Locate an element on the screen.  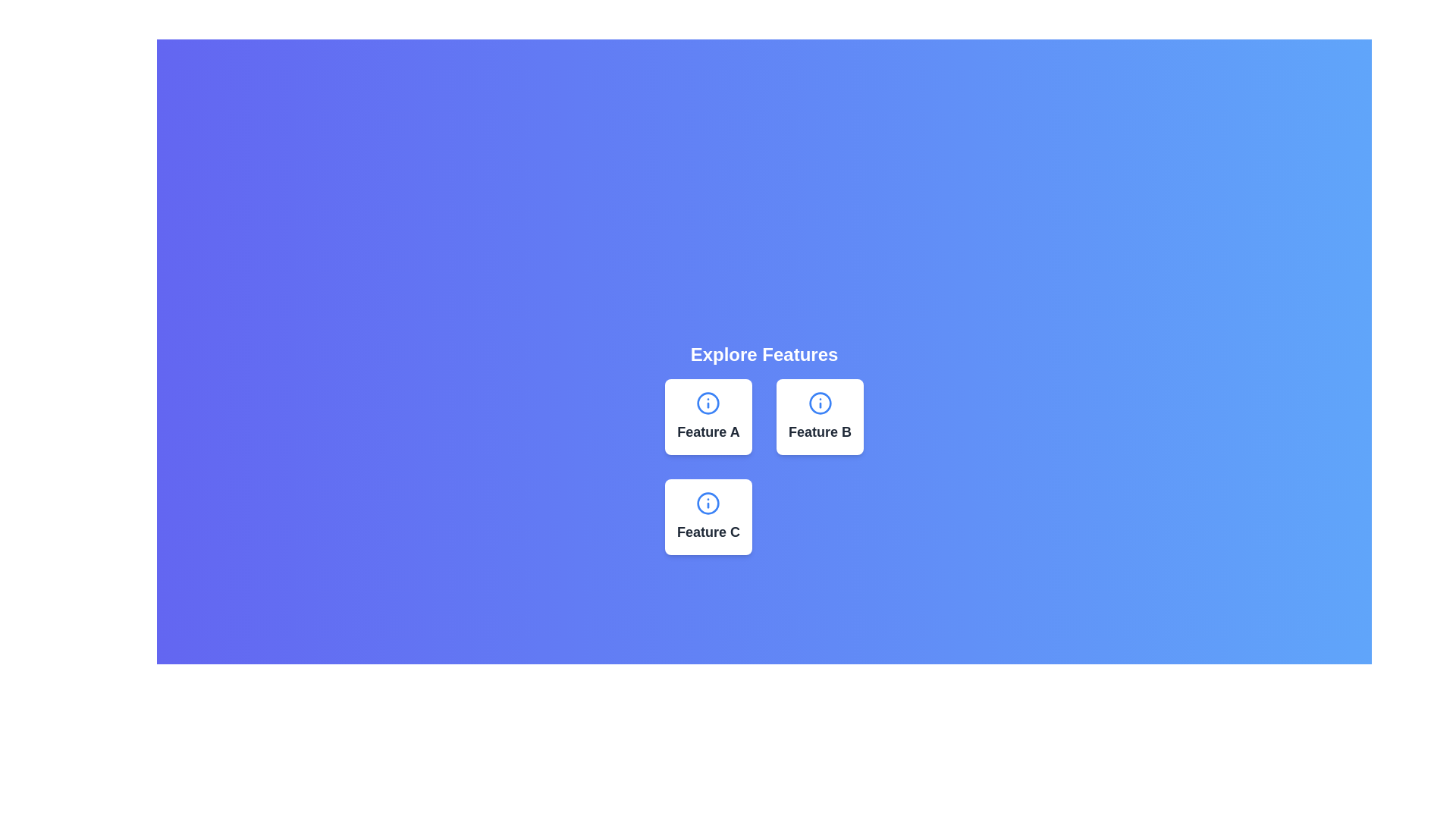
the third card in the 'Explore Features' grid, which represents 'Feature C' is located at coordinates (708, 516).